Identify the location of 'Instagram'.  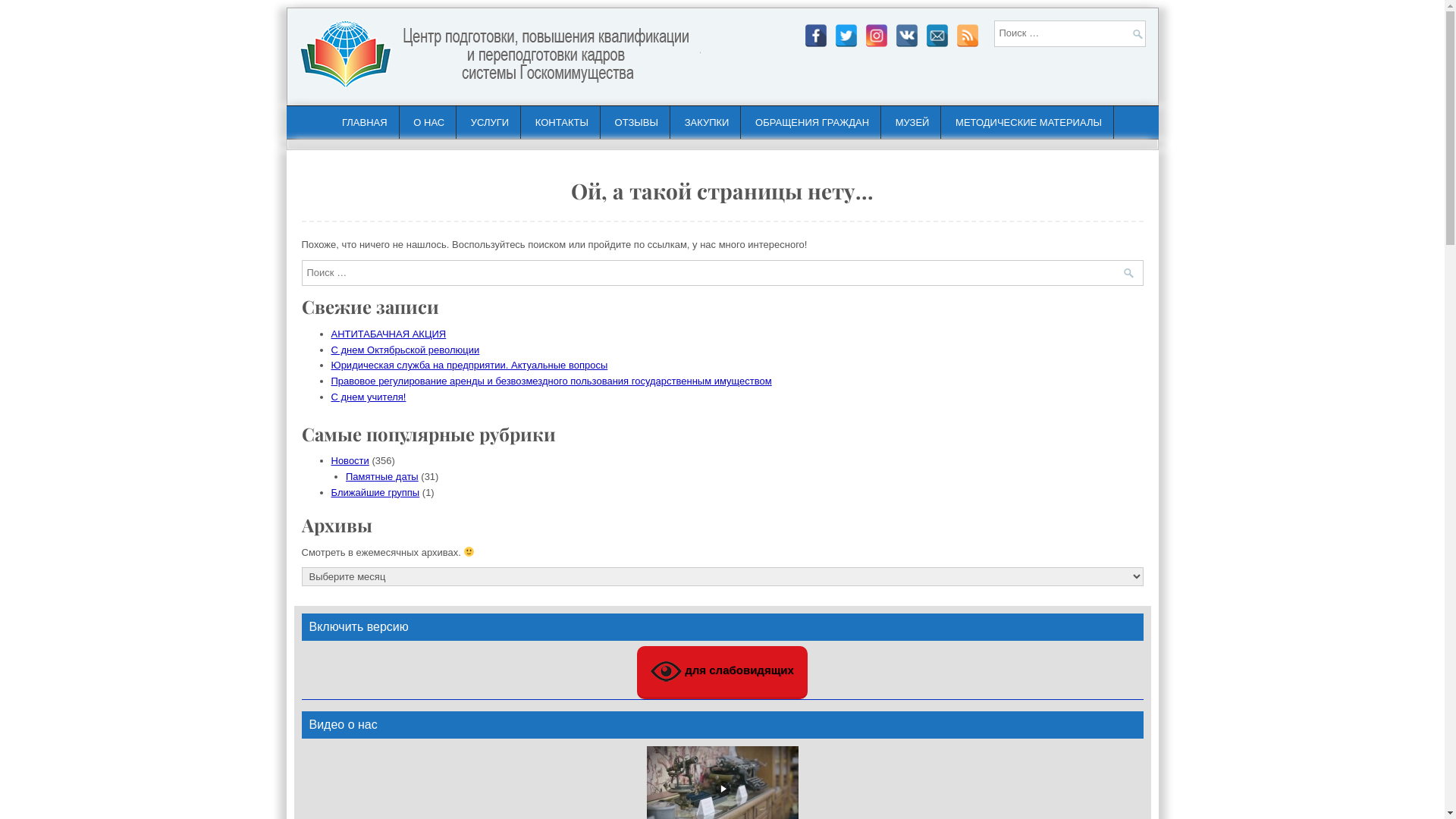
(876, 34).